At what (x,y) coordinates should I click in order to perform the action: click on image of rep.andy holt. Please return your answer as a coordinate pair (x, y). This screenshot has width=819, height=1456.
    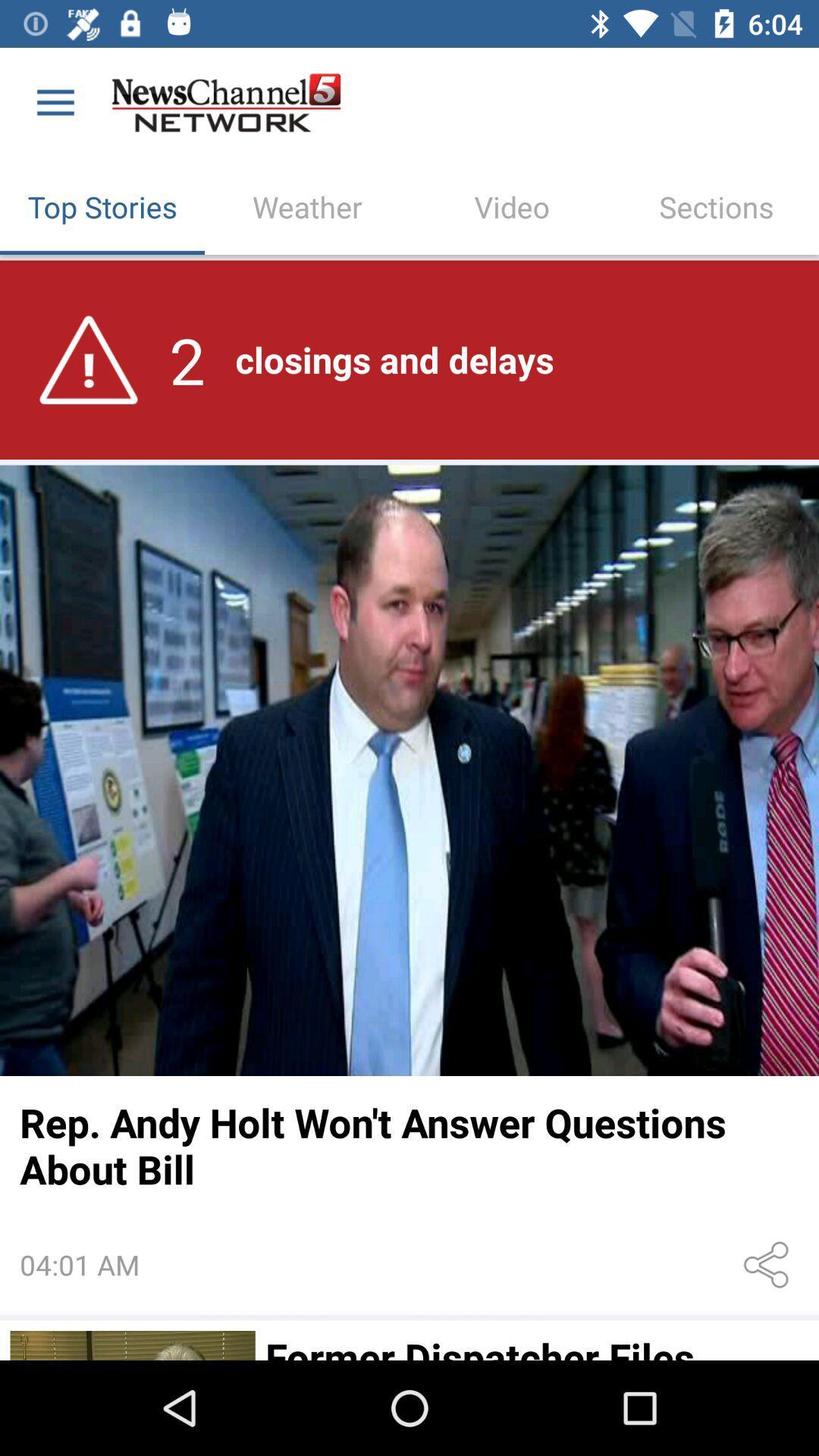
    Looking at the image, I should click on (409, 770).